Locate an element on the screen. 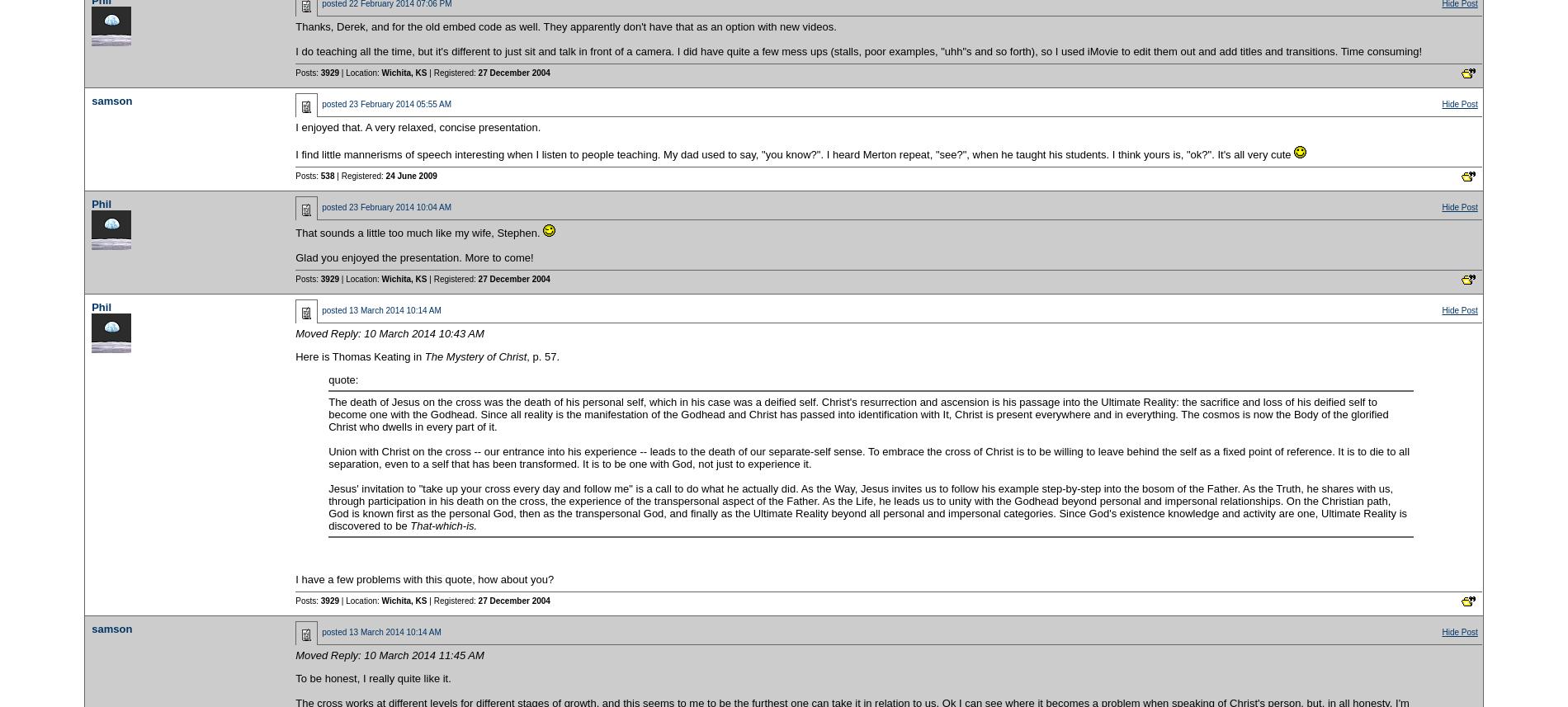 This screenshot has height=707, width=1568. 'Union with Christ on the cross -- our entrance into his experience -- leads to the death of our separate-self sense. To embrace the cross of Christ is to be willing to leave behind the self as a fixed point of reference. It is to die to all separation, even to a self that has been transformed. It is to be one with God, not just to experience it.' is located at coordinates (328, 456).